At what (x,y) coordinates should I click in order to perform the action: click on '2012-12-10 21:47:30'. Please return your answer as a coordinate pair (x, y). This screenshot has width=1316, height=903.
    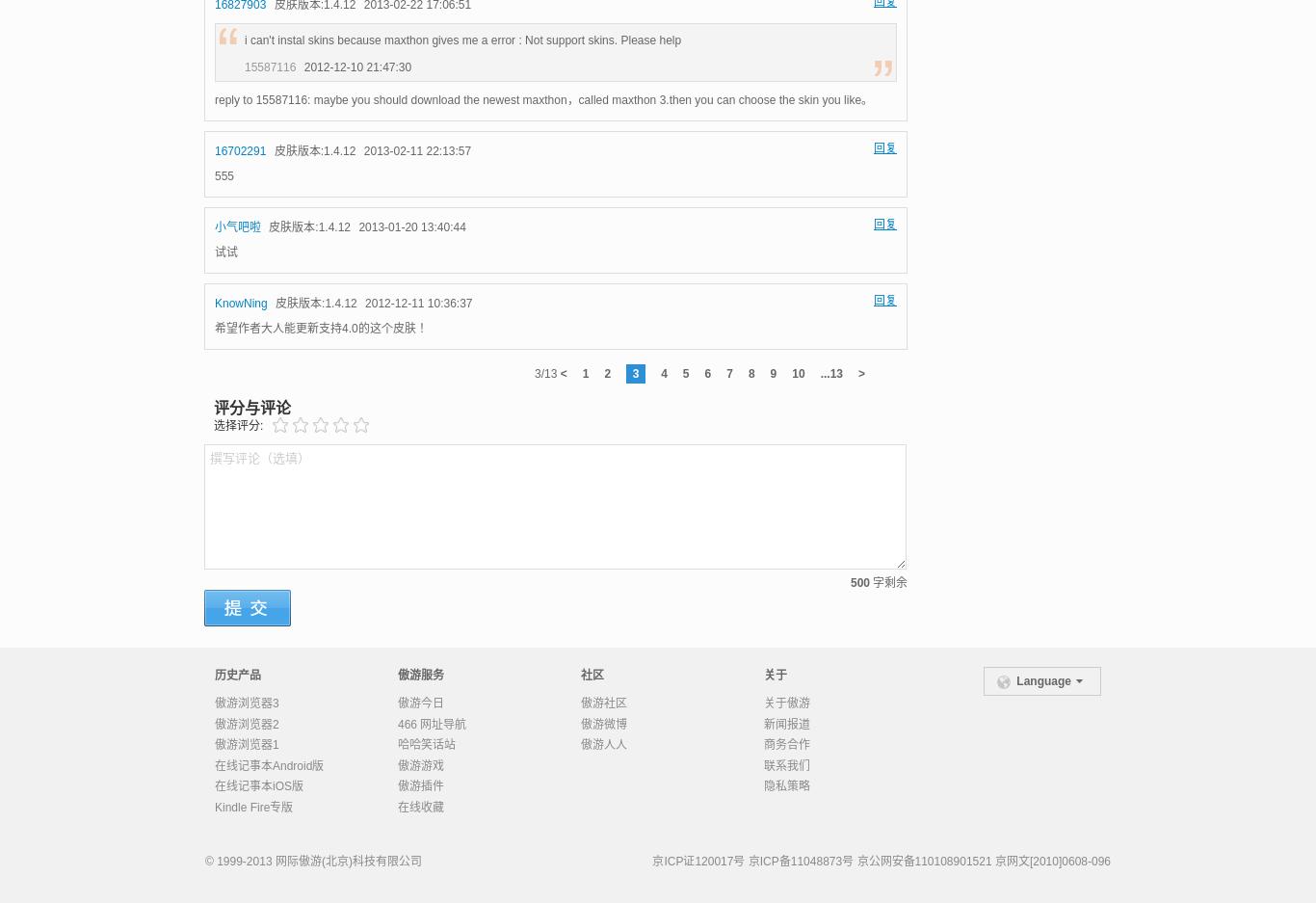
    Looking at the image, I should click on (356, 66).